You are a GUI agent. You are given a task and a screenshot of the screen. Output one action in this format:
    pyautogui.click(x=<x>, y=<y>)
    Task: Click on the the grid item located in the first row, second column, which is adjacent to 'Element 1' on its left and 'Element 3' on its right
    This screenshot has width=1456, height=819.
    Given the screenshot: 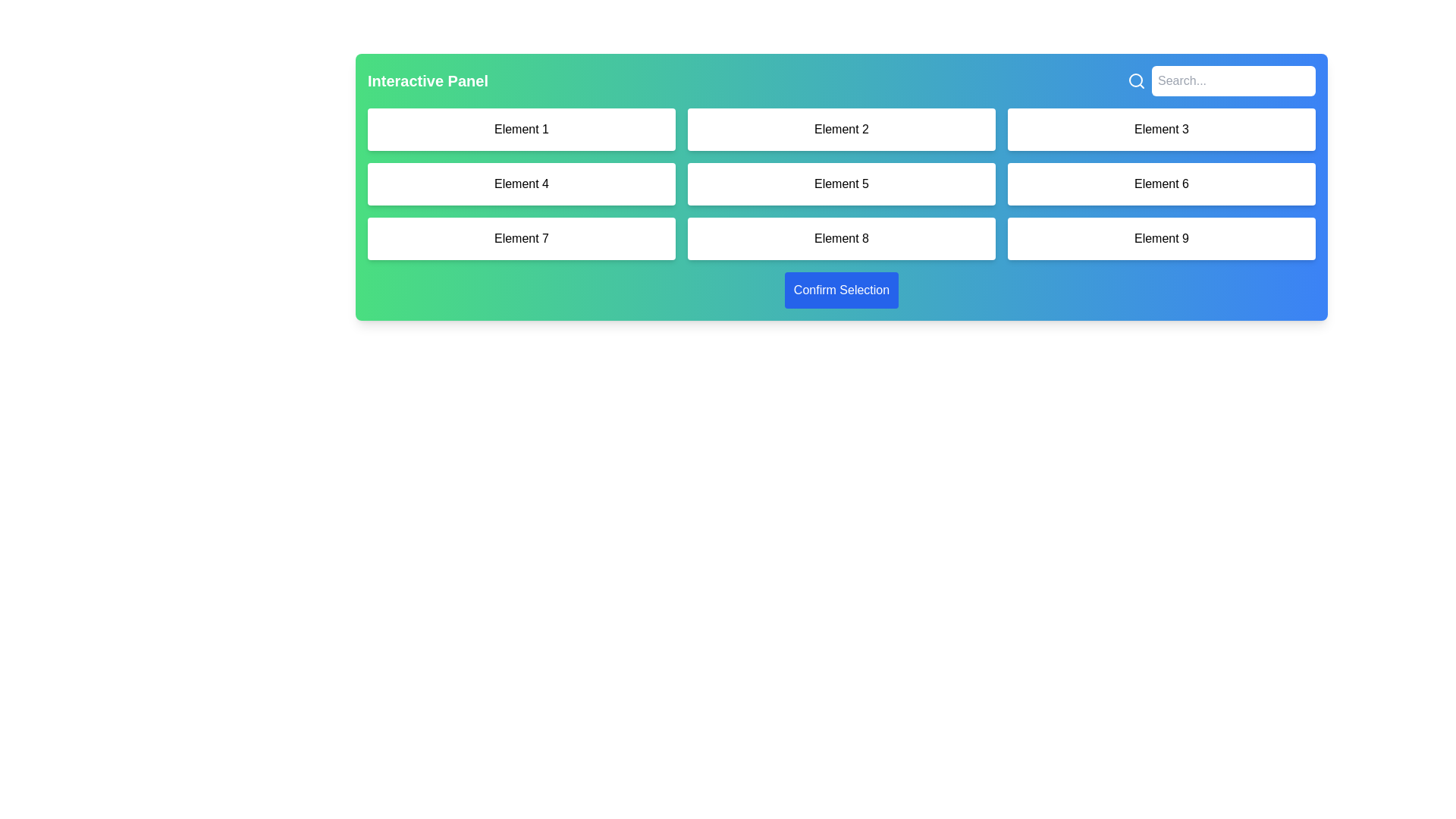 What is the action you would take?
    pyautogui.click(x=840, y=128)
    